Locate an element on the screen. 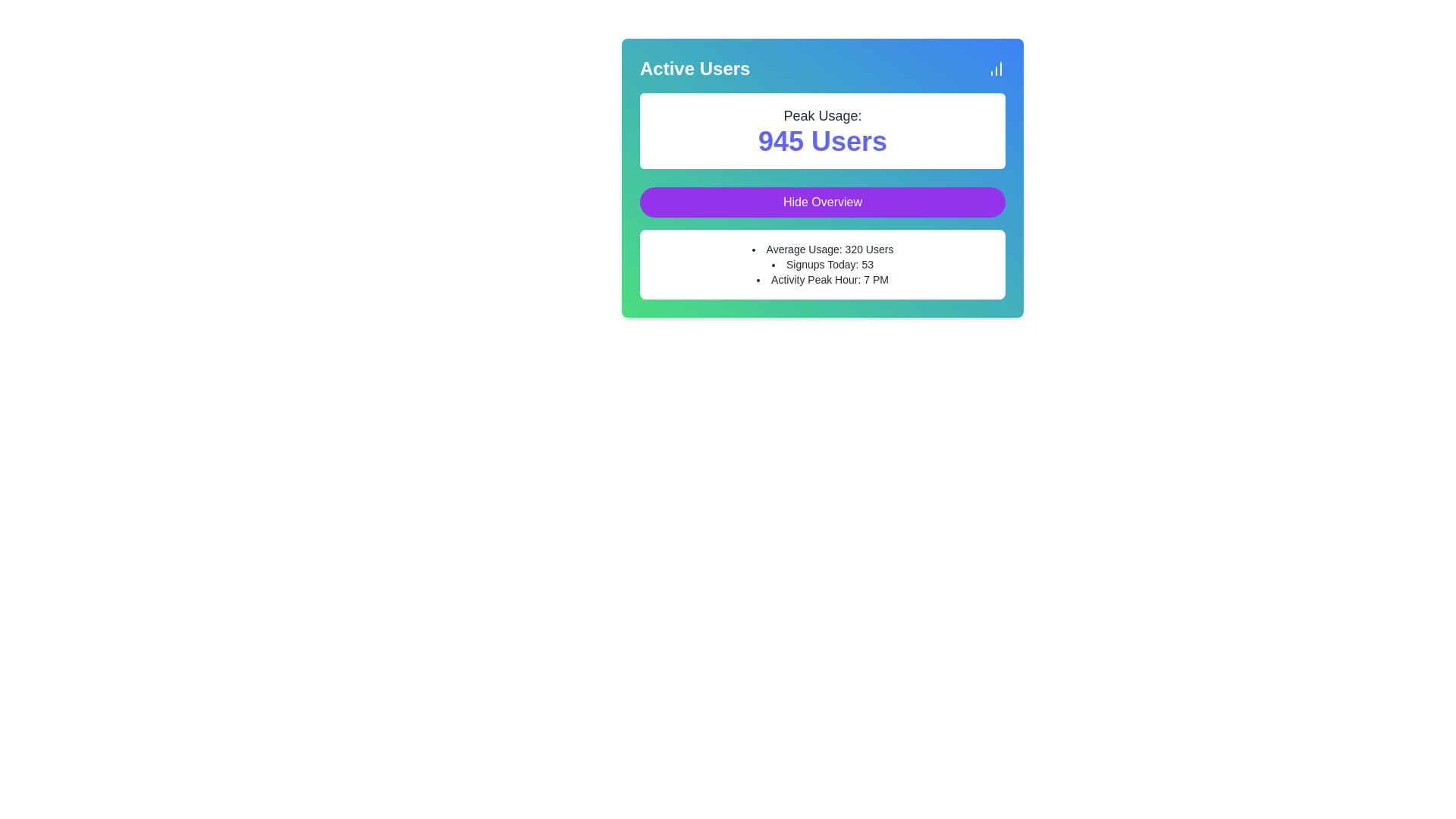  the bar chart icon located in the top-right corner of the 'Active Users' section is located at coordinates (996, 69).